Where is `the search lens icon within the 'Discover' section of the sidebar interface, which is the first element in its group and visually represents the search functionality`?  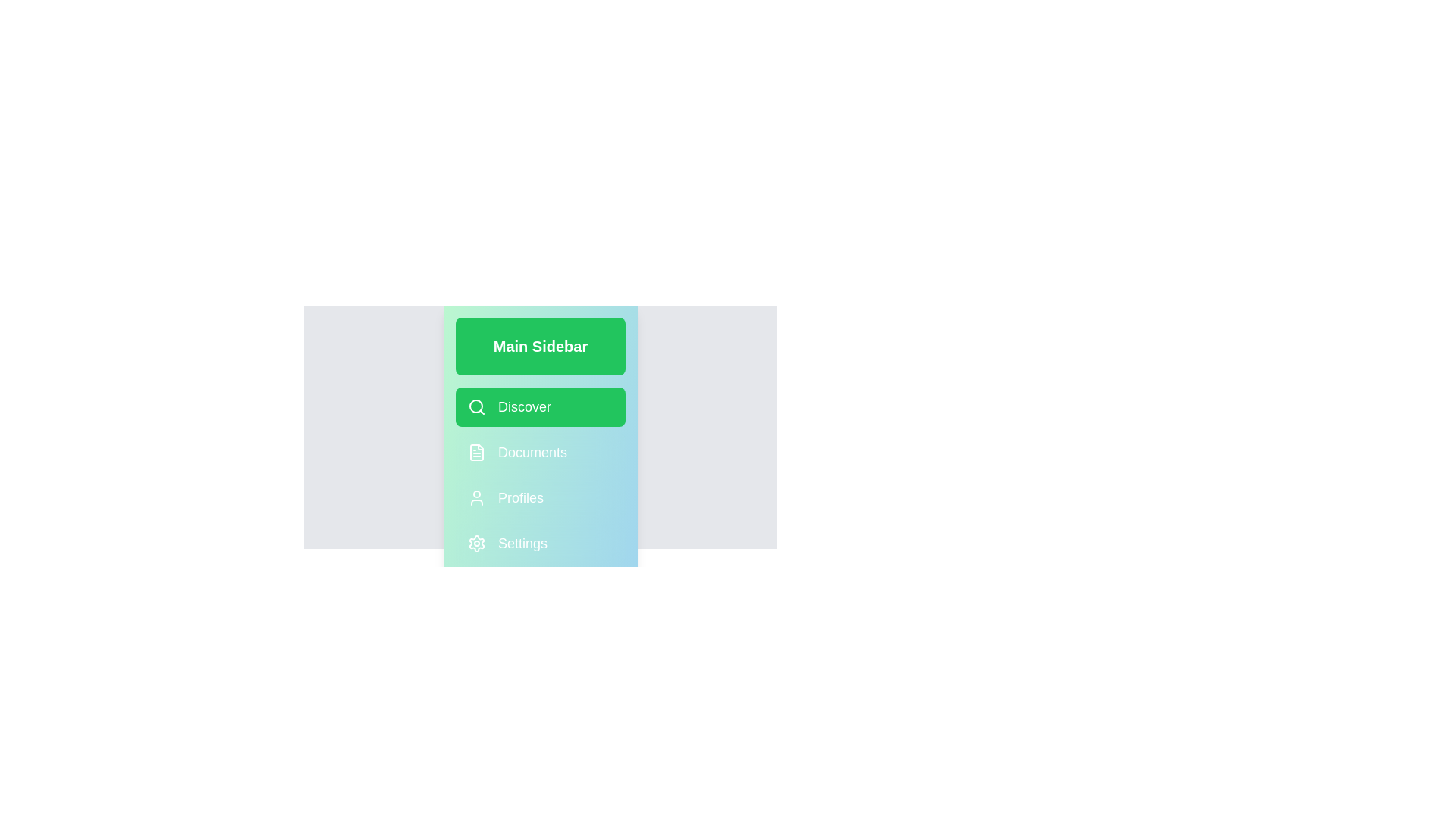 the search lens icon within the 'Discover' section of the sidebar interface, which is the first element in its group and visually represents the search functionality is located at coordinates (475, 406).